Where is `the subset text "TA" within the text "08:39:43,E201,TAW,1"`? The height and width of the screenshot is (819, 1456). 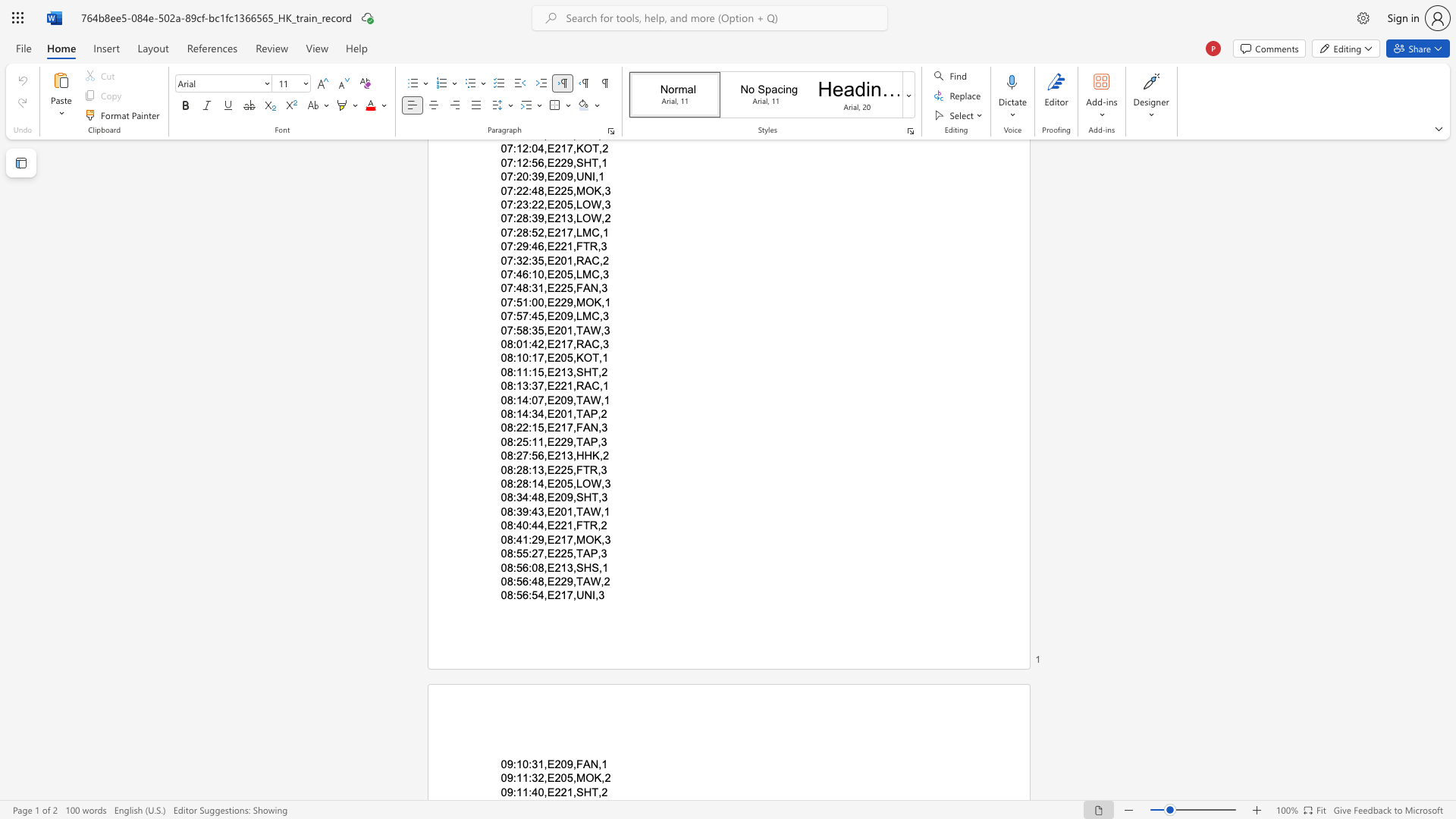 the subset text "TA" within the text "08:39:43,E201,TAW,1" is located at coordinates (575, 511).